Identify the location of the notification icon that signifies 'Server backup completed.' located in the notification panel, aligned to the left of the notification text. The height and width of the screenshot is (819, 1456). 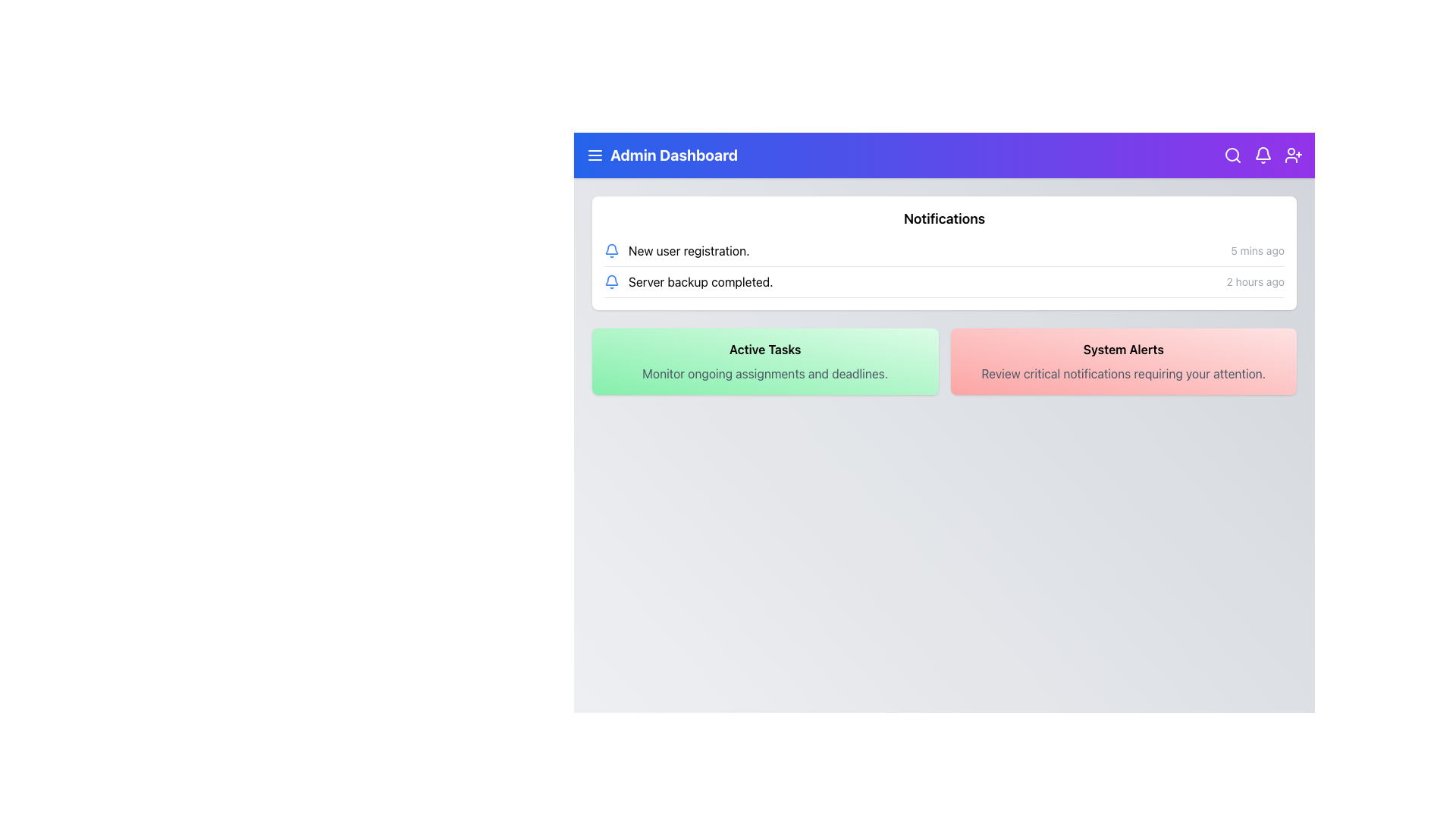
(611, 281).